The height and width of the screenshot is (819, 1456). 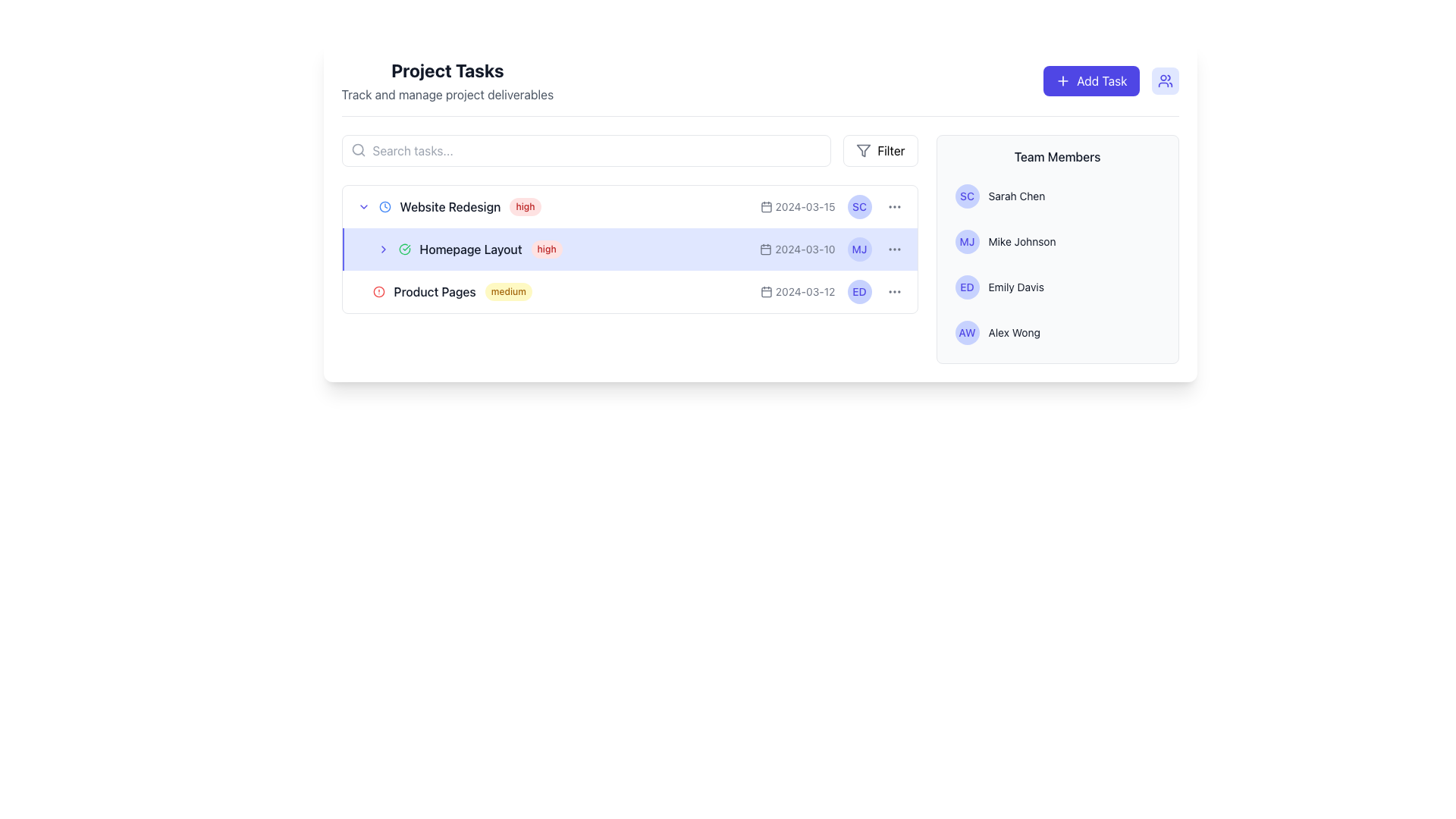 I want to click on or click the 'Filter' button on the Search and filter bar, so click(x=629, y=151).